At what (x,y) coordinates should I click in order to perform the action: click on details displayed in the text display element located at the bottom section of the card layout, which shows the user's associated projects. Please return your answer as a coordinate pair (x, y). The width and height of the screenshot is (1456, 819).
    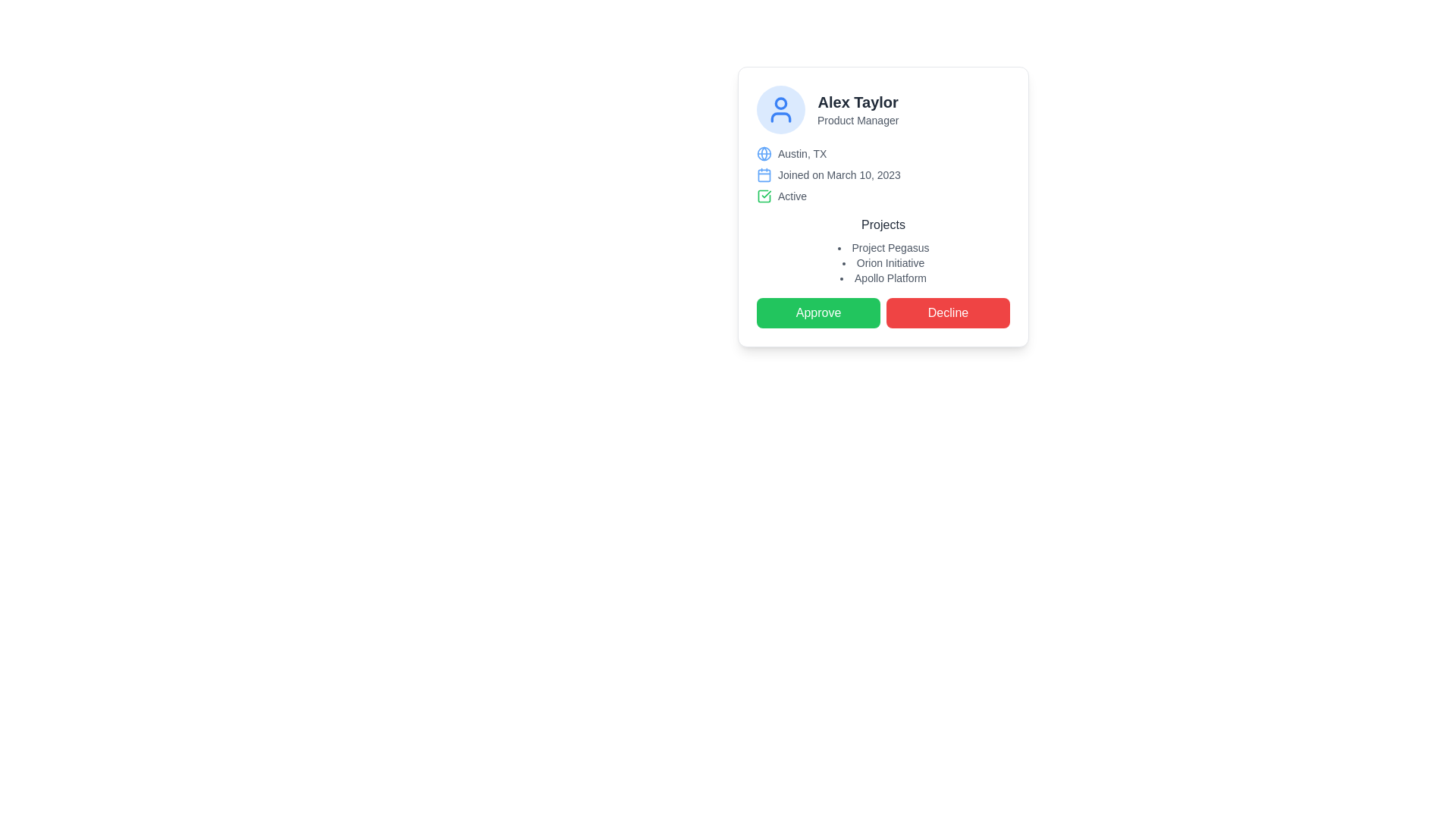
    Looking at the image, I should click on (883, 250).